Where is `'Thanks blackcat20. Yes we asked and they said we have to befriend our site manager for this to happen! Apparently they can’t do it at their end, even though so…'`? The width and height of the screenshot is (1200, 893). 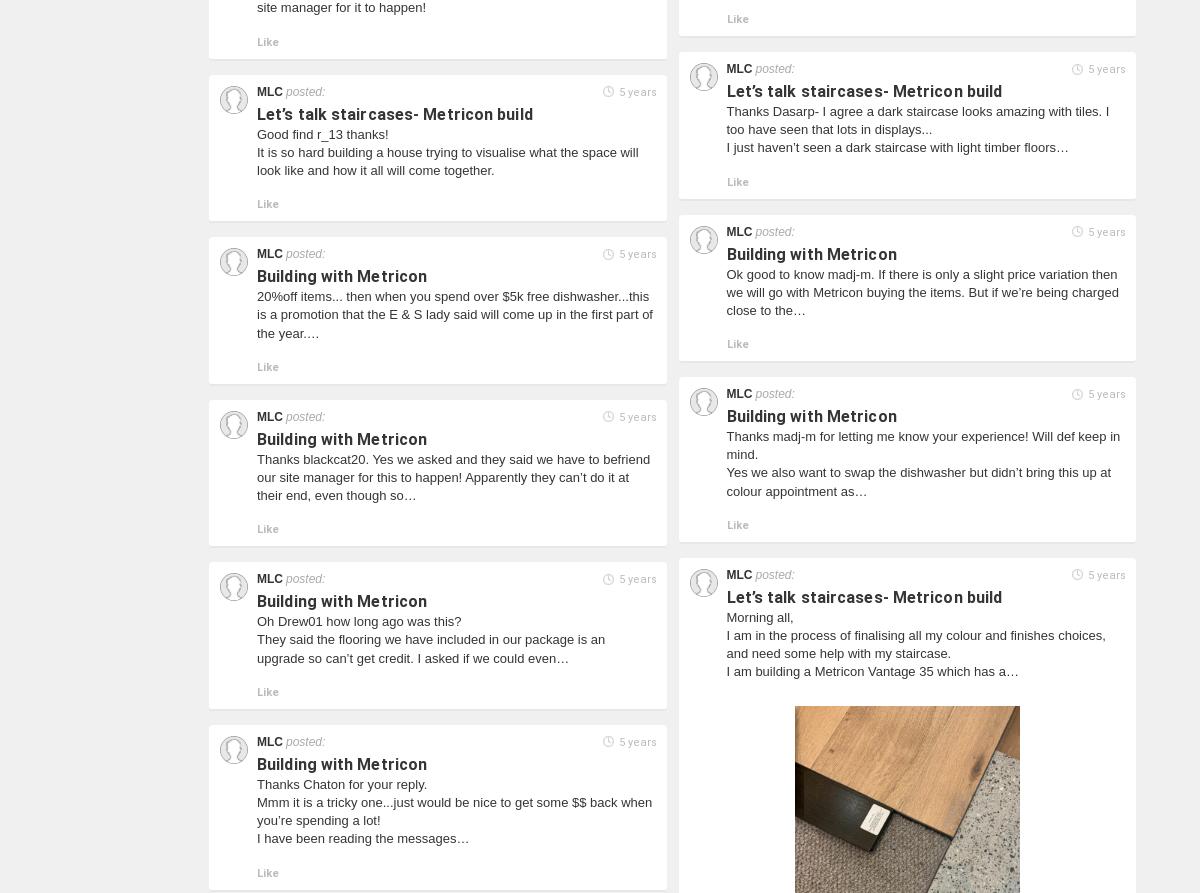 'Thanks blackcat20. Yes we asked and they said we have to befriend our site manager for this to happen! Apparently they can’t do it at their end, even though so…' is located at coordinates (256, 476).